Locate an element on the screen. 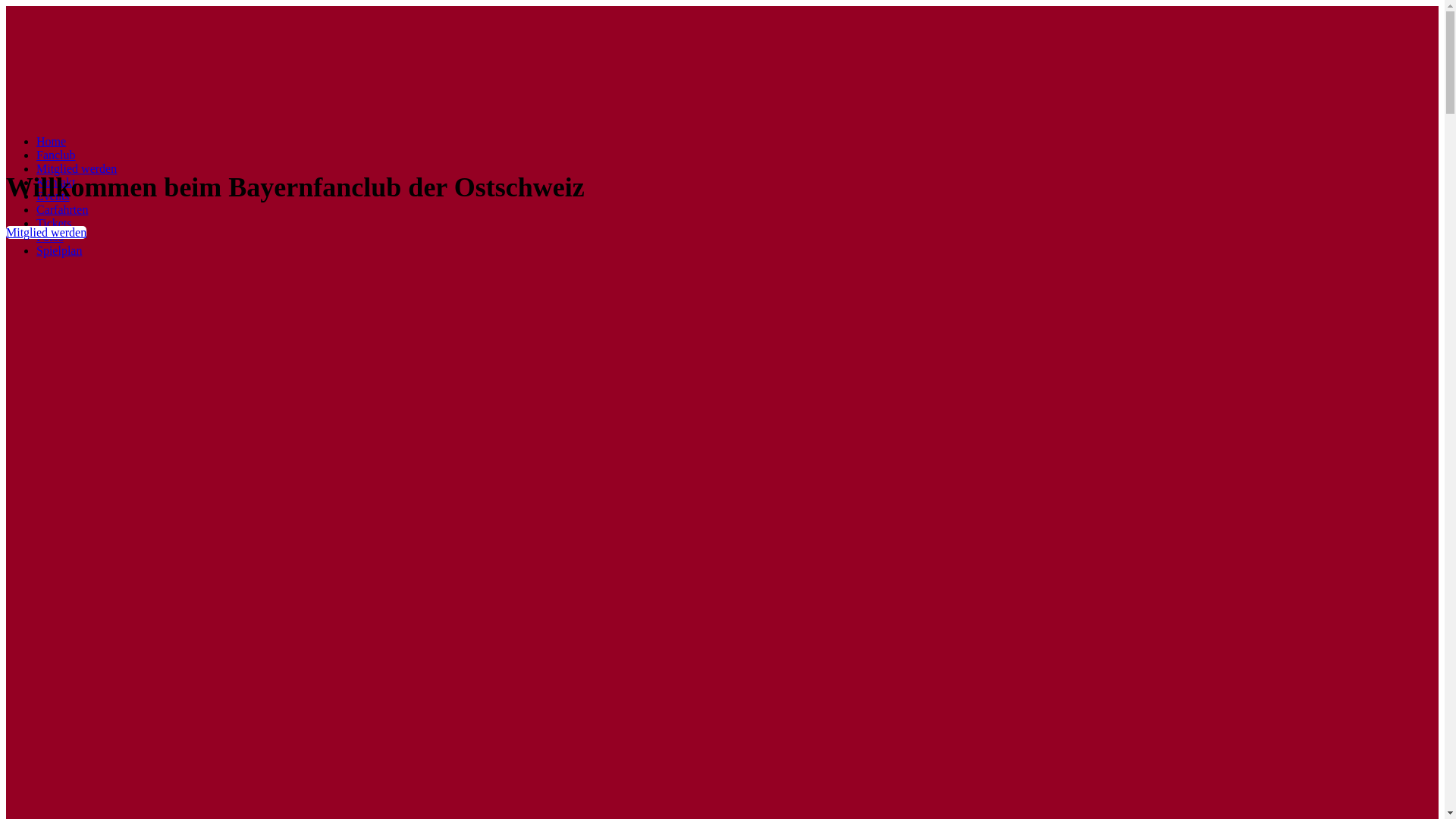 This screenshot has width=1456, height=819. 'Events' is located at coordinates (53, 195).